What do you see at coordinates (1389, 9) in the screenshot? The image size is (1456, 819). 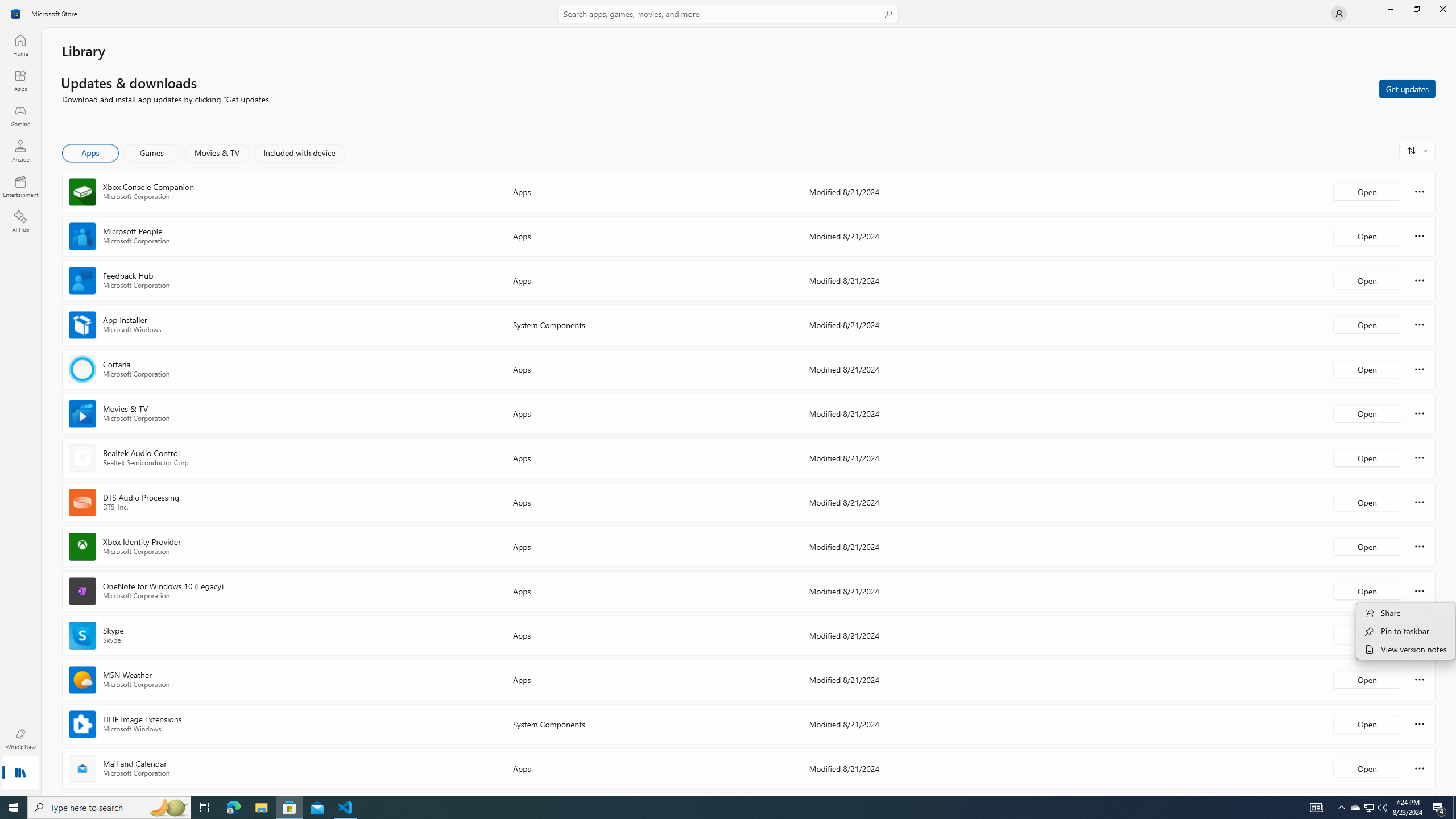 I see `'Minimize Microsoft Store'` at bounding box center [1389, 9].